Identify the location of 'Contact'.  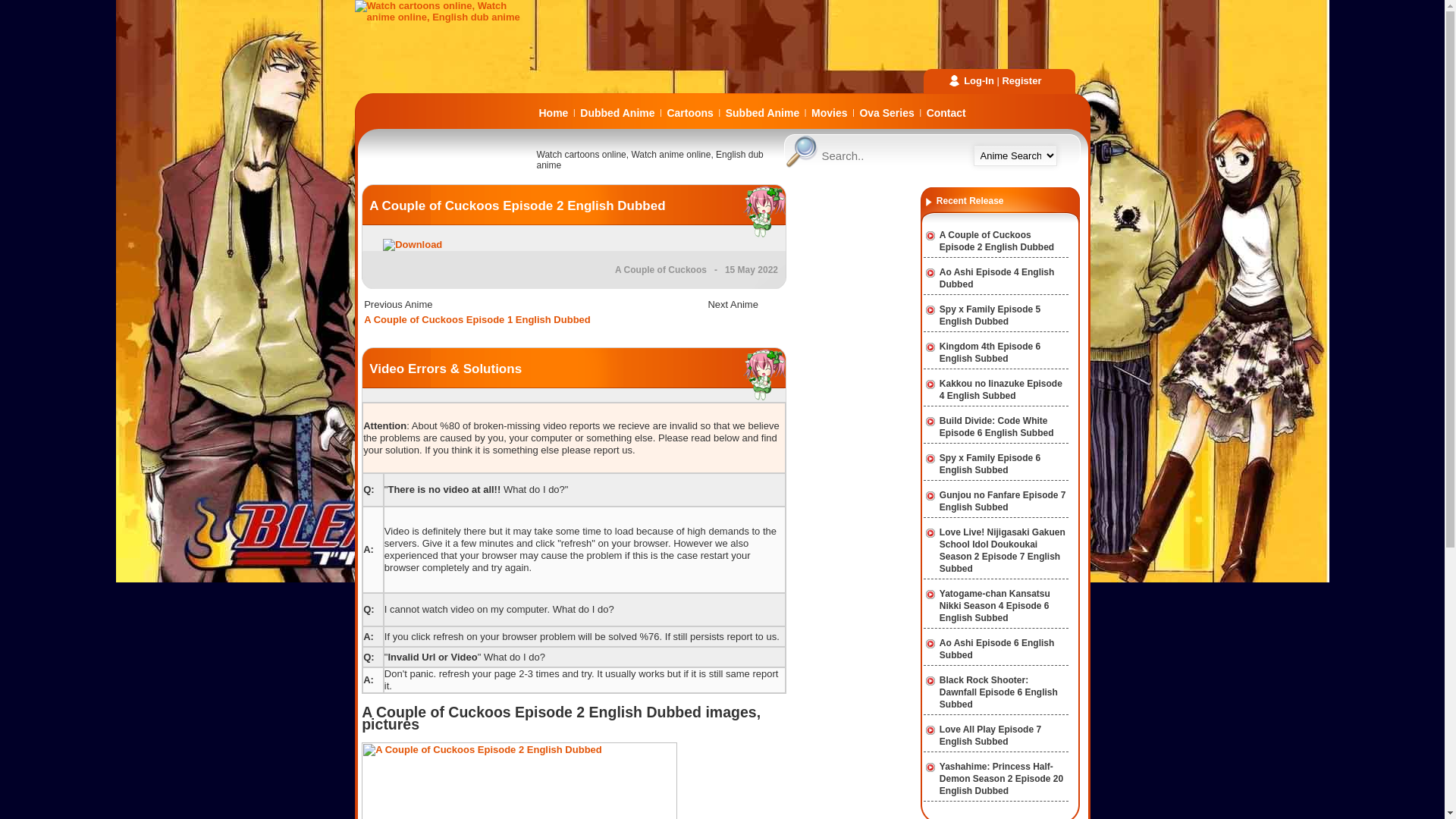
(946, 112).